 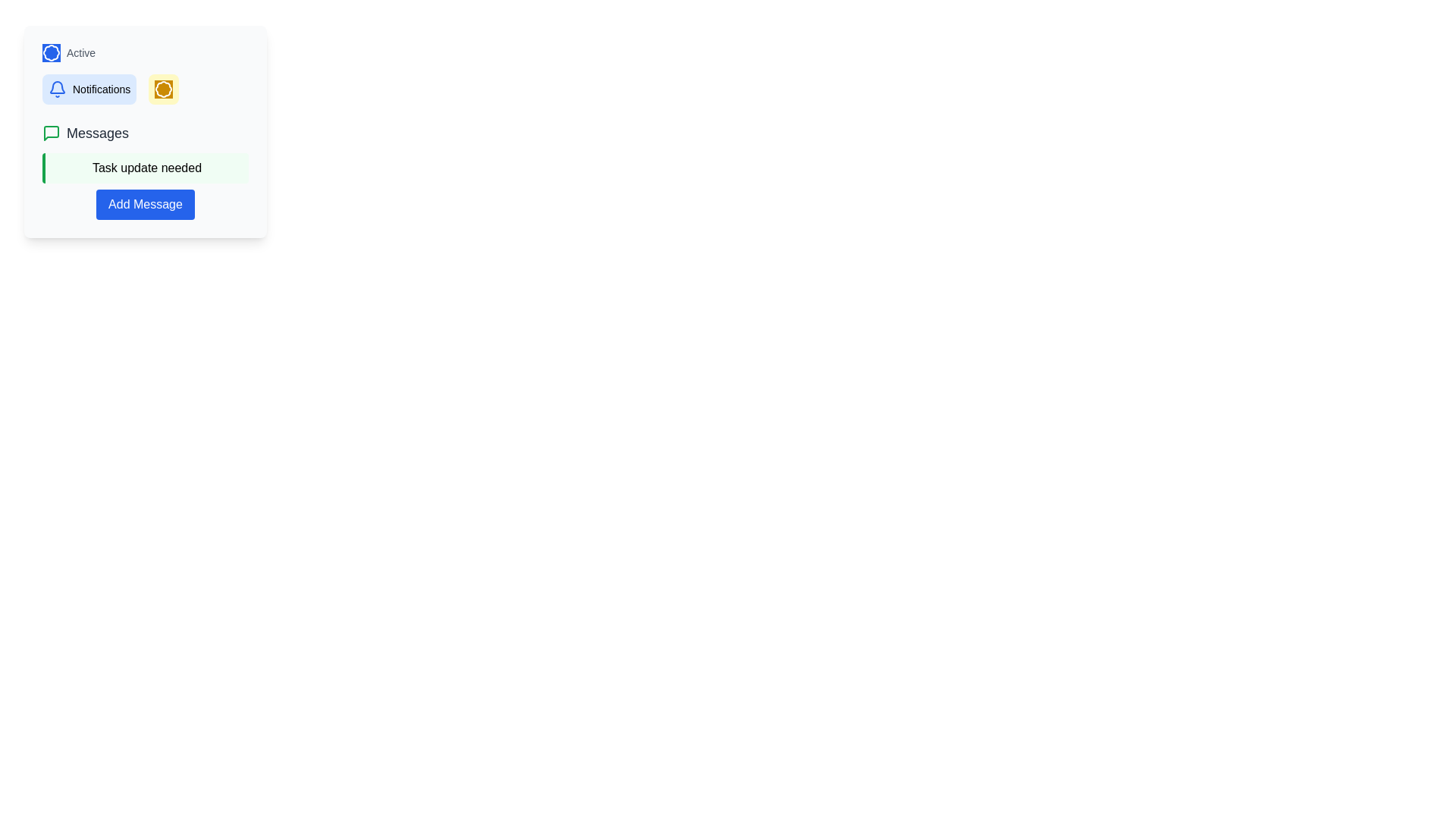 I want to click on the circular badge icon with a blue background and white flower-like outline, labeled 'Dev Team', located in the top-left section next to the 'Active' label, so click(x=51, y=52).